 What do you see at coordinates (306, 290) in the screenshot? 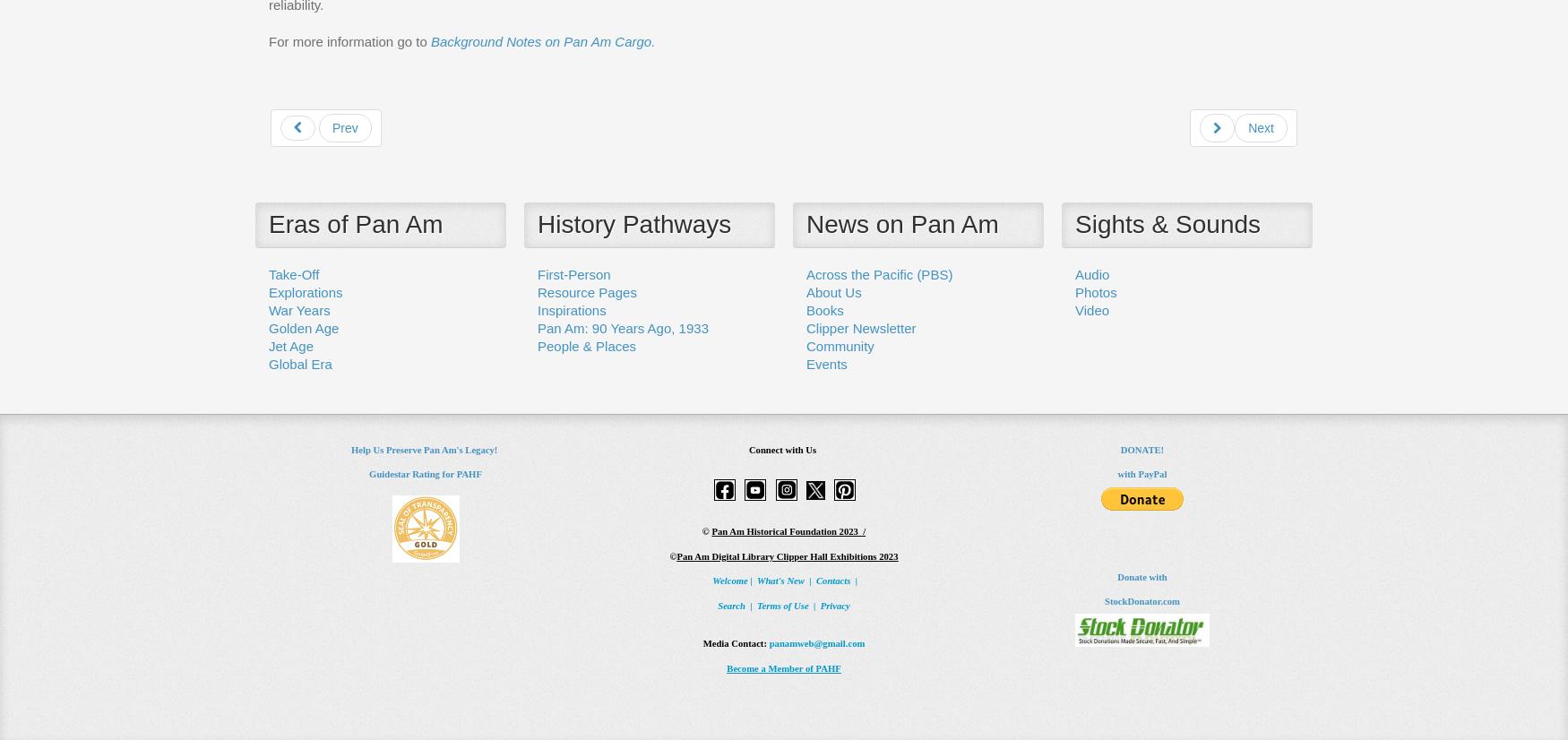
I see `'Explorations'` at bounding box center [306, 290].